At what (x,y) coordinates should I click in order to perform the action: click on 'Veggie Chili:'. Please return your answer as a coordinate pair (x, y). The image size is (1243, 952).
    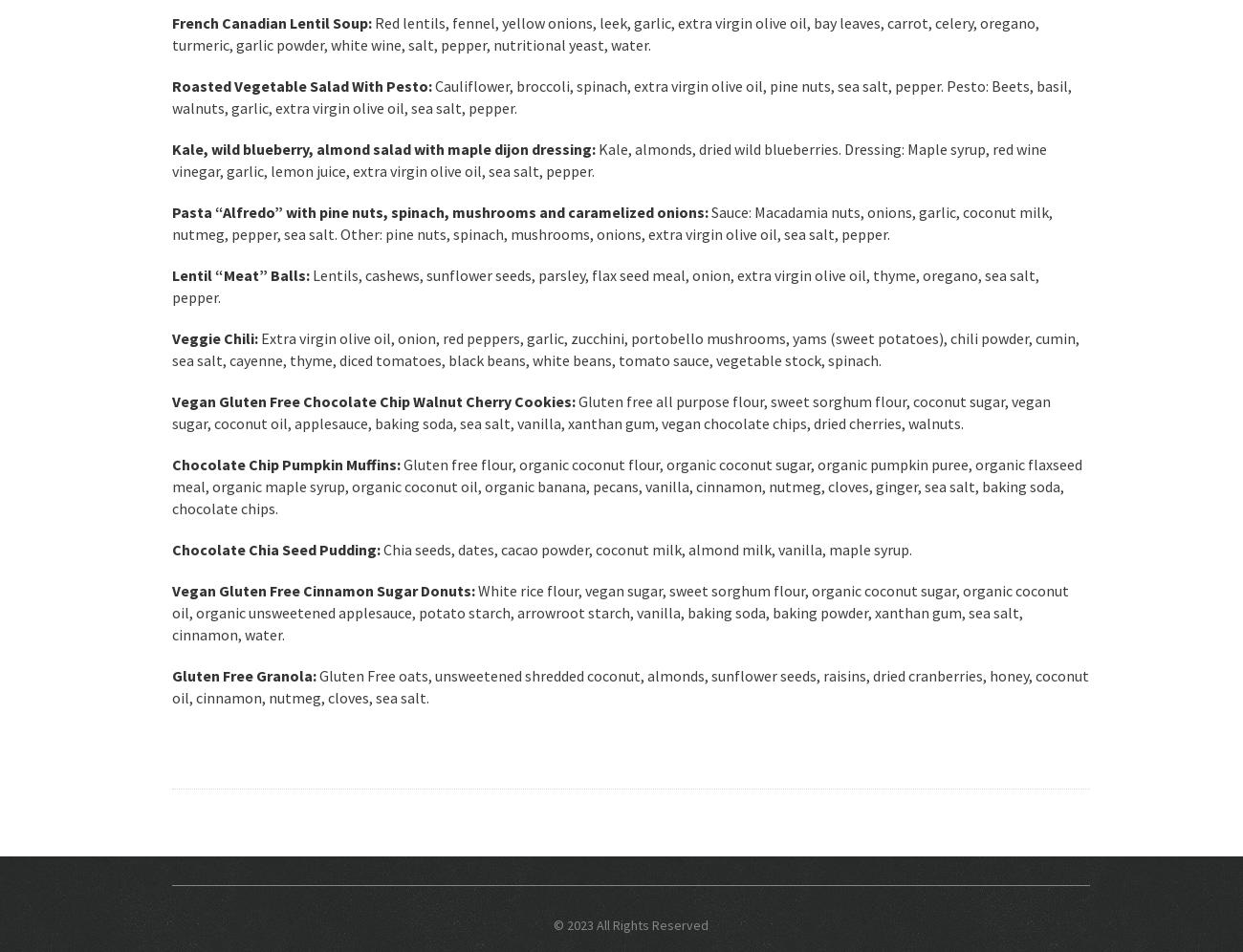
    Looking at the image, I should click on (214, 337).